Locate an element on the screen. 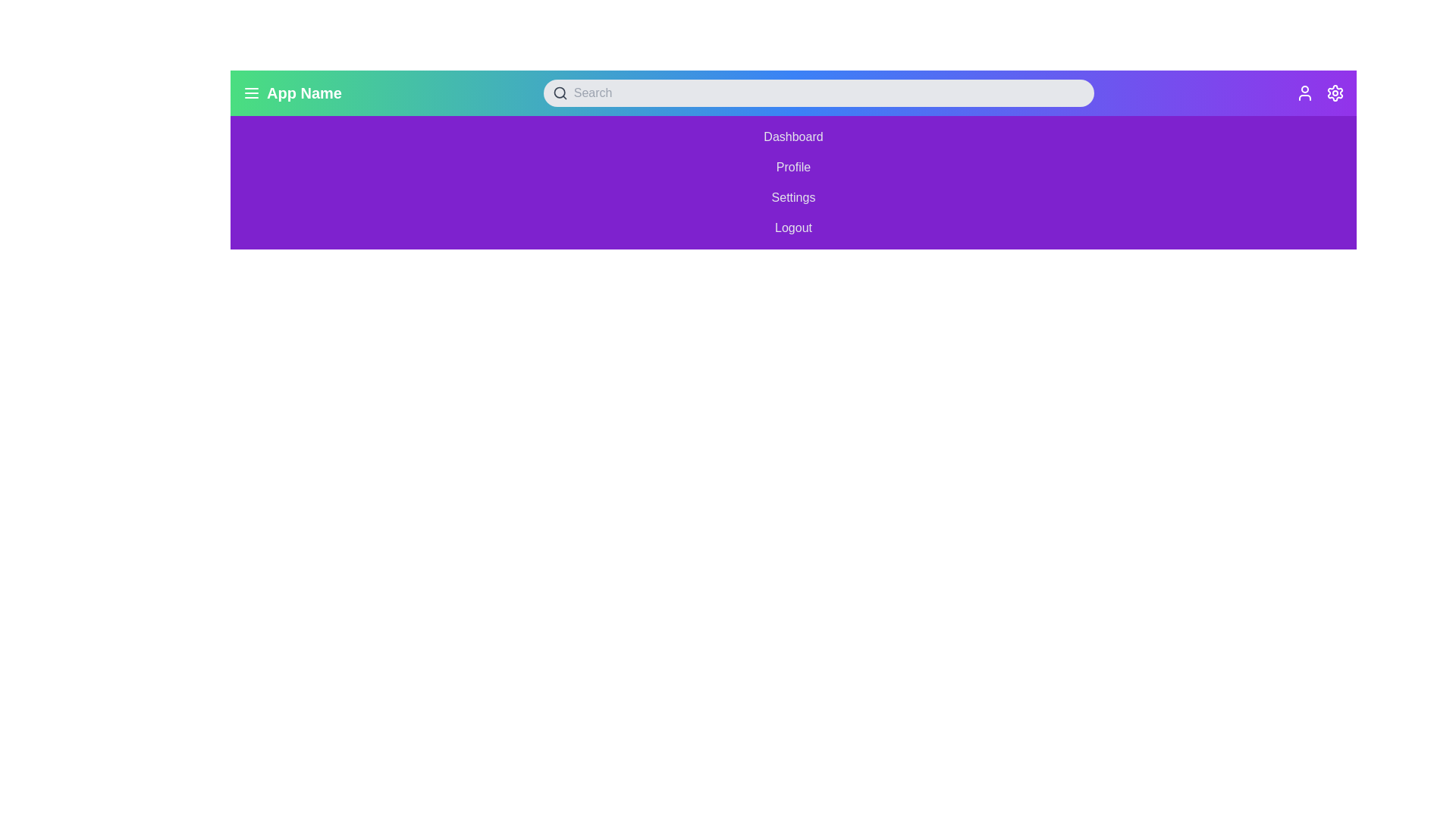 The height and width of the screenshot is (819, 1456). the logout button located at the bottom of the options list, which is the fourth item following 'Dashboard,' 'Profile,' and 'Settings.' is located at coordinates (792, 227).